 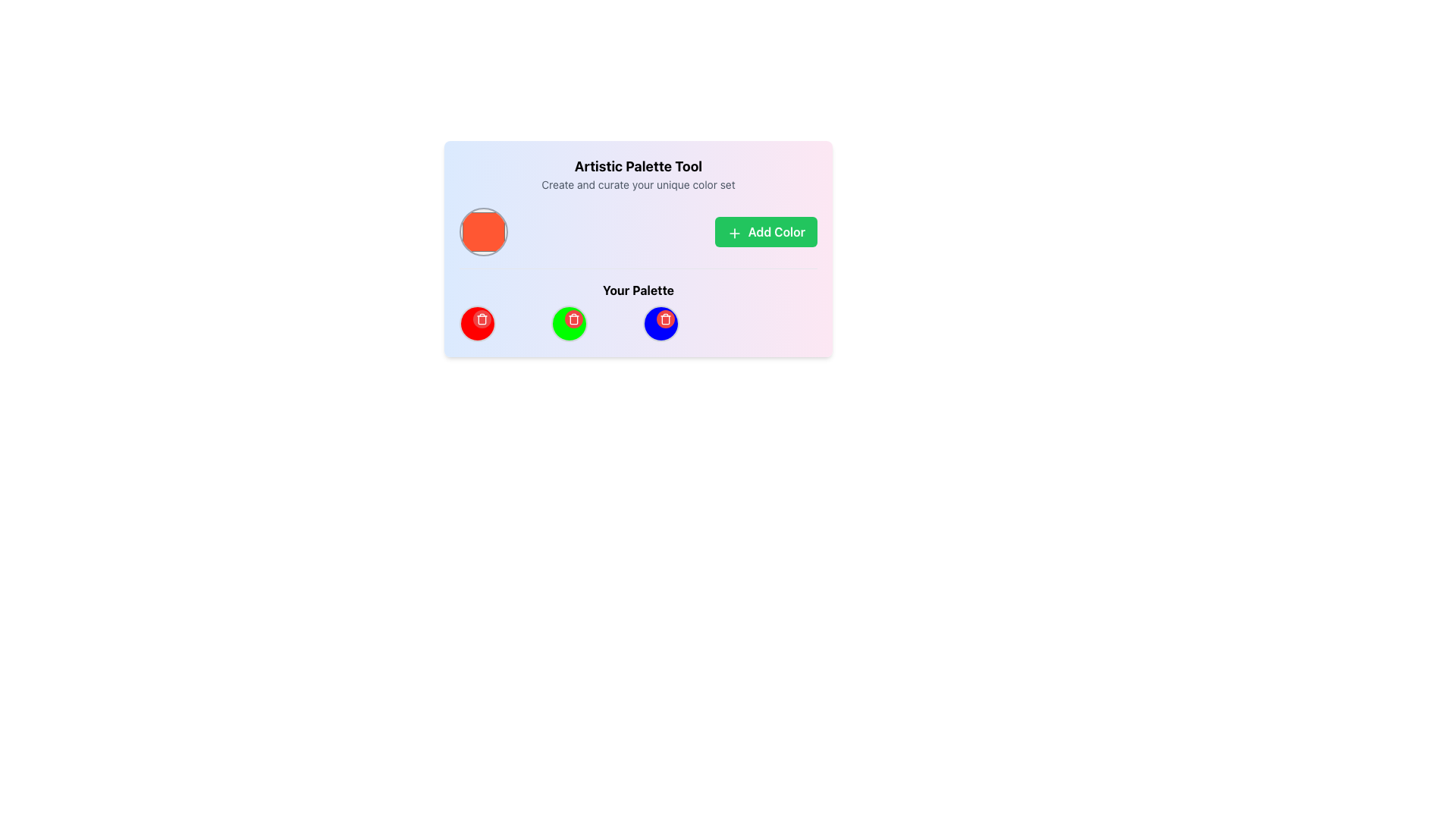 What do you see at coordinates (476, 323) in the screenshot?
I see `the circular red trash can icon in the 'Your Palette' section` at bounding box center [476, 323].